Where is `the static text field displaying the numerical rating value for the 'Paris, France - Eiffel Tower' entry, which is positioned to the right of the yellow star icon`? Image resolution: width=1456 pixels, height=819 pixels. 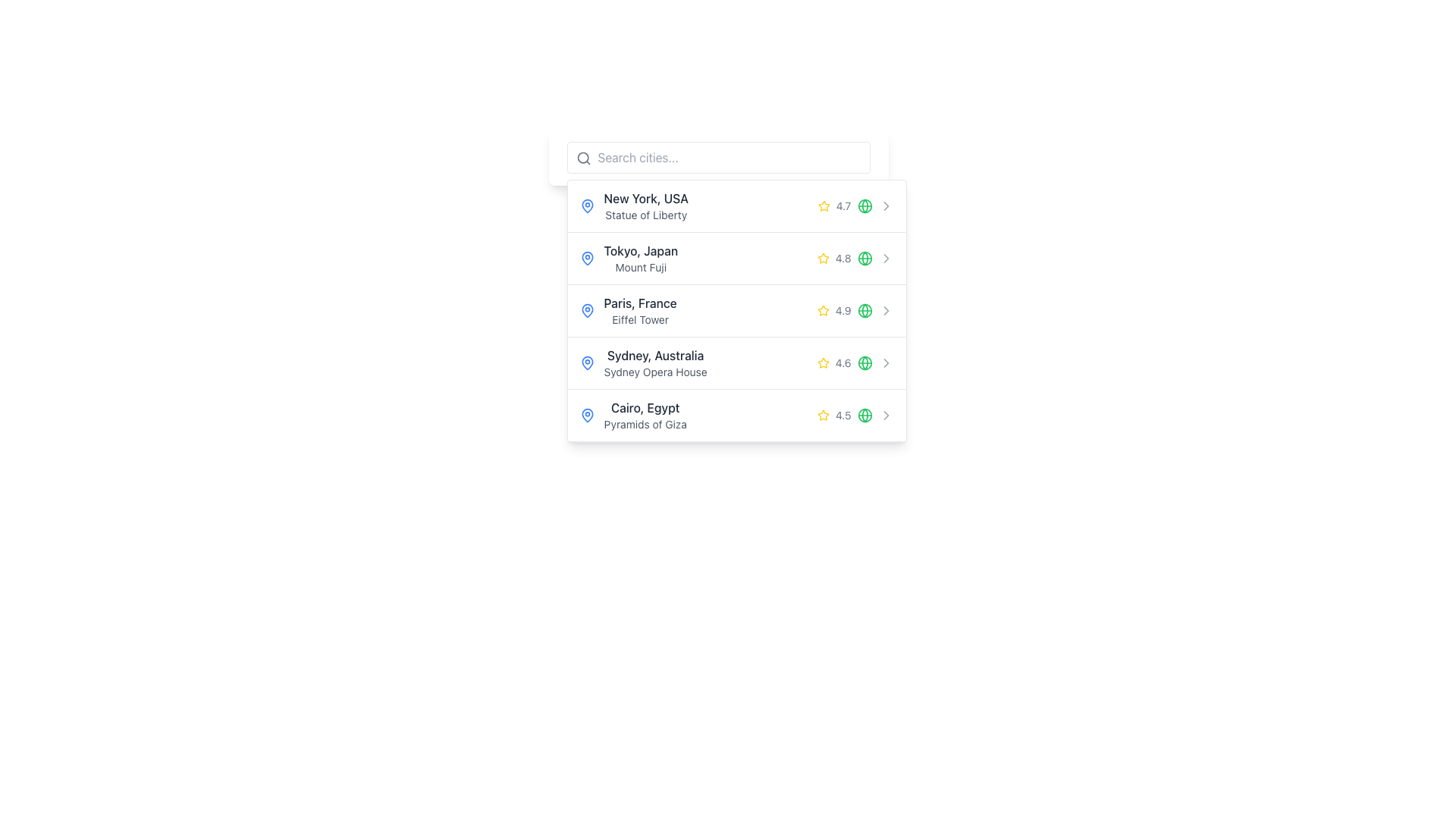 the static text field displaying the numerical rating value for the 'Paris, France - Eiffel Tower' entry, which is positioned to the right of the yellow star icon is located at coordinates (843, 309).